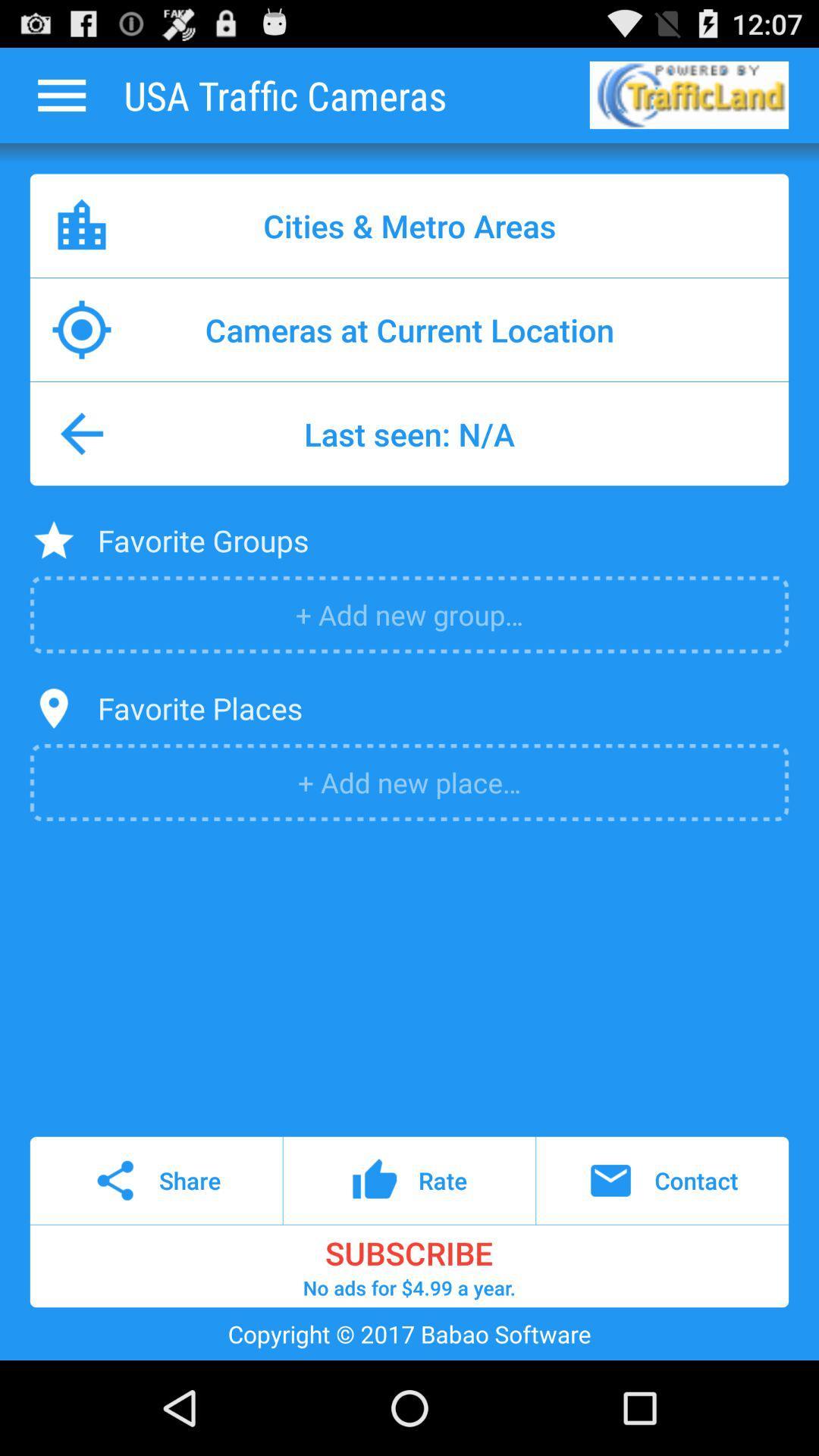 The width and height of the screenshot is (819, 1456). Describe the element at coordinates (82, 433) in the screenshot. I see `item next to the last seen n item` at that location.